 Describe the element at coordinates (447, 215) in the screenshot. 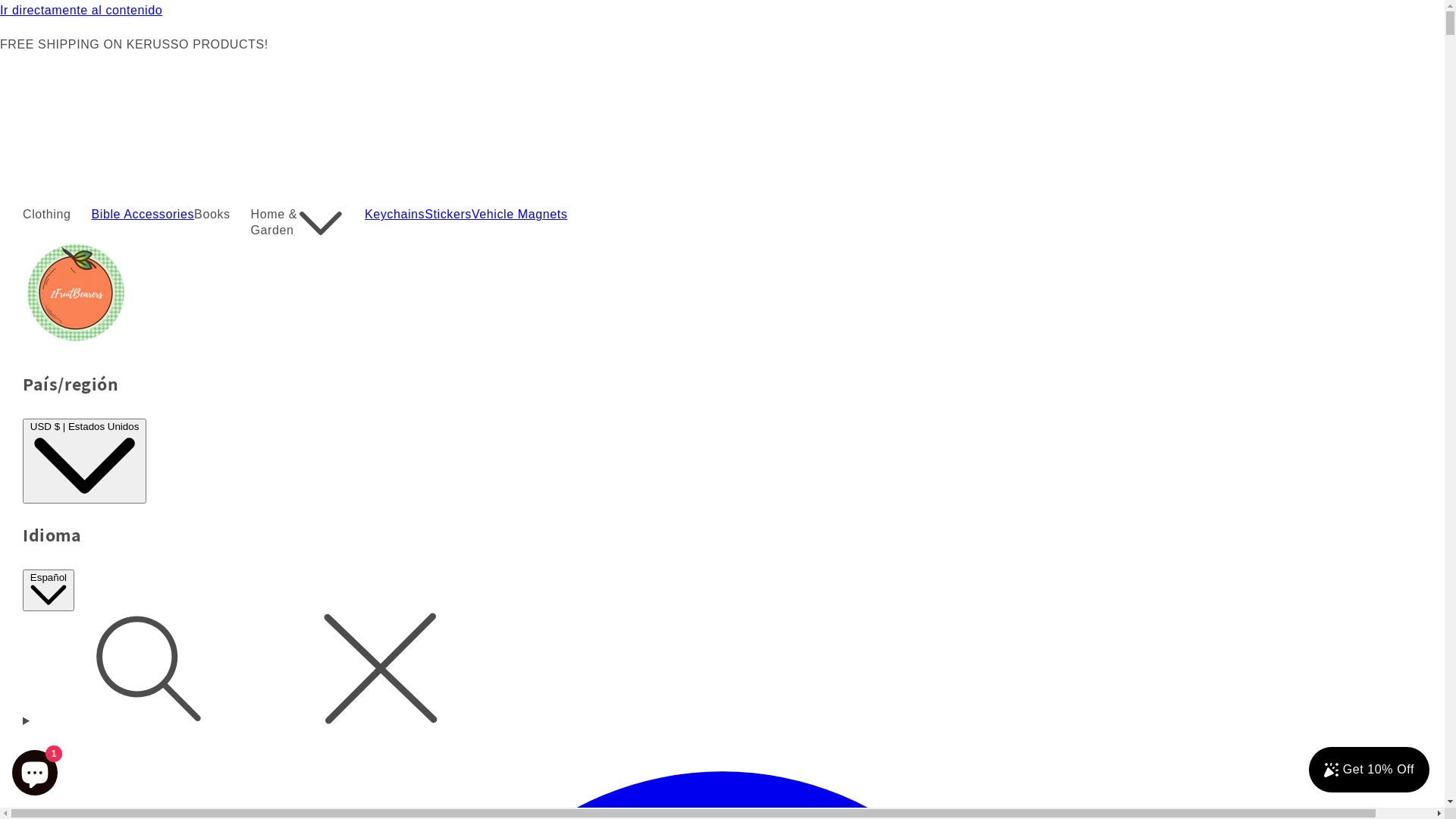

I see `'Stickers'` at that location.